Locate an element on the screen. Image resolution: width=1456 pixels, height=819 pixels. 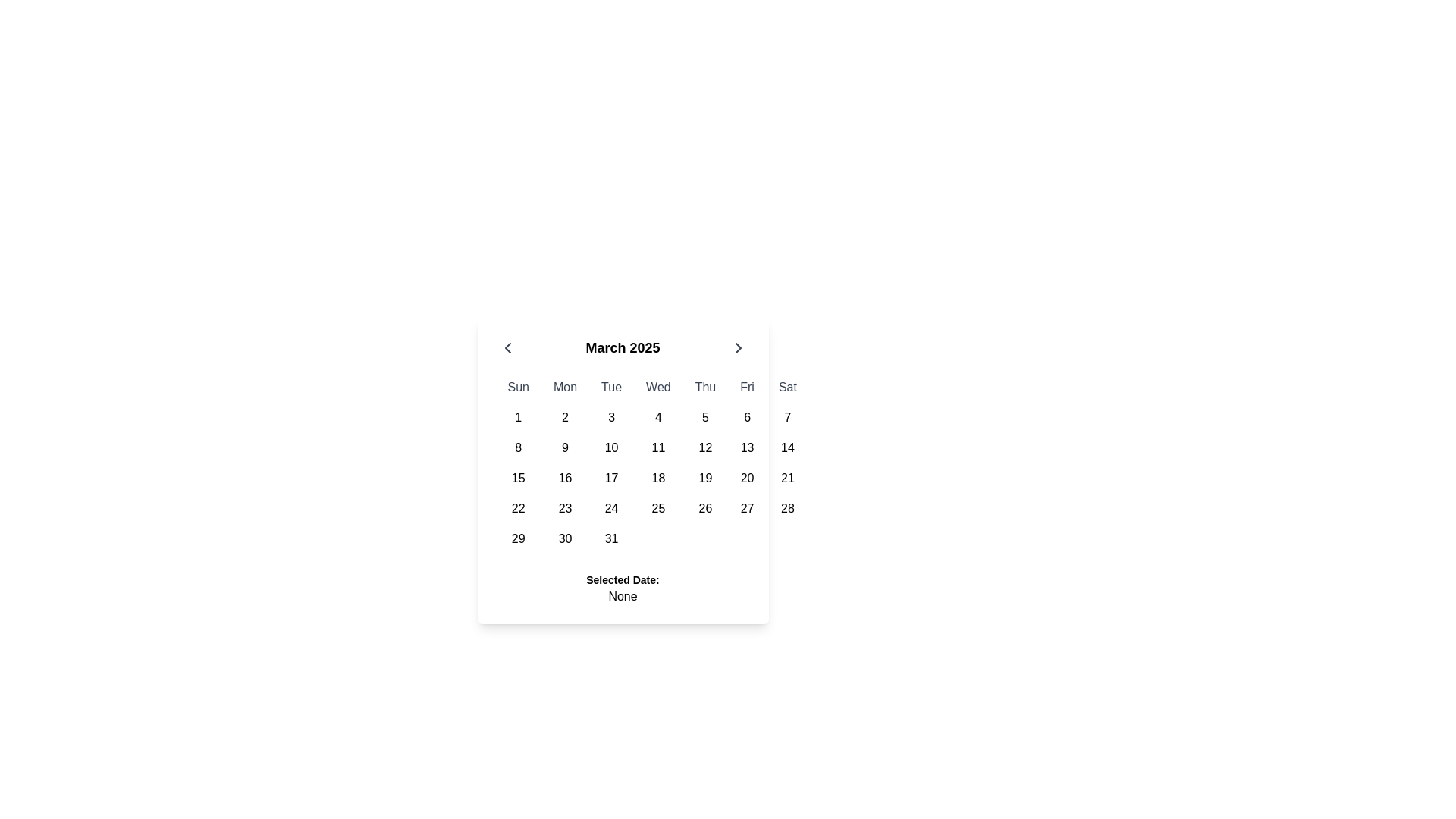
the label indicating the currently selected date, which currently displays 'None', located below the 'Selected Date:' text in the calendar interface is located at coordinates (623, 595).